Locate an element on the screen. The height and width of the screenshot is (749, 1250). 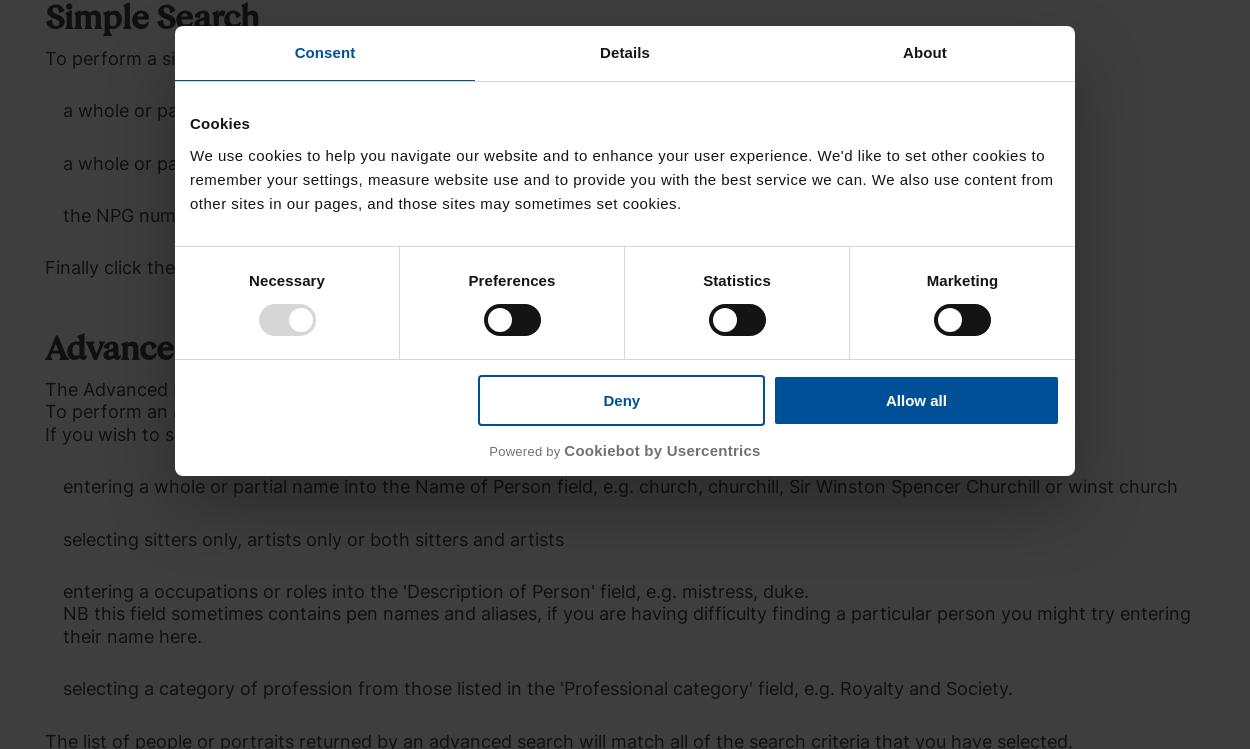
'Deny' is located at coordinates (602, 398).